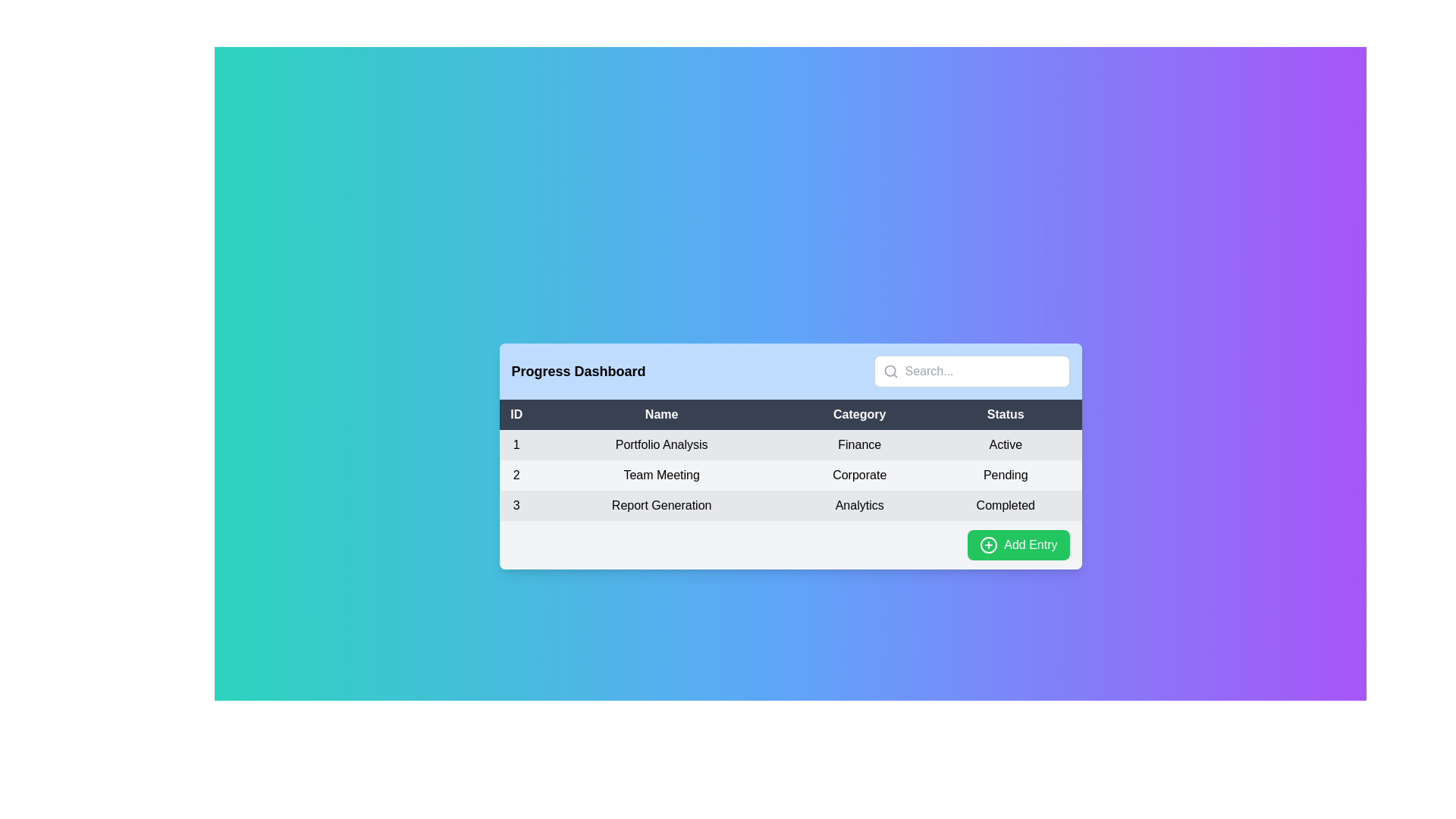  What do you see at coordinates (516, 444) in the screenshot?
I see `the table cell in the first row under the ID column of the 'Progress Dashboard' table, which is positioned to the left of the 'Portfolio Analysis' cell` at bounding box center [516, 444].